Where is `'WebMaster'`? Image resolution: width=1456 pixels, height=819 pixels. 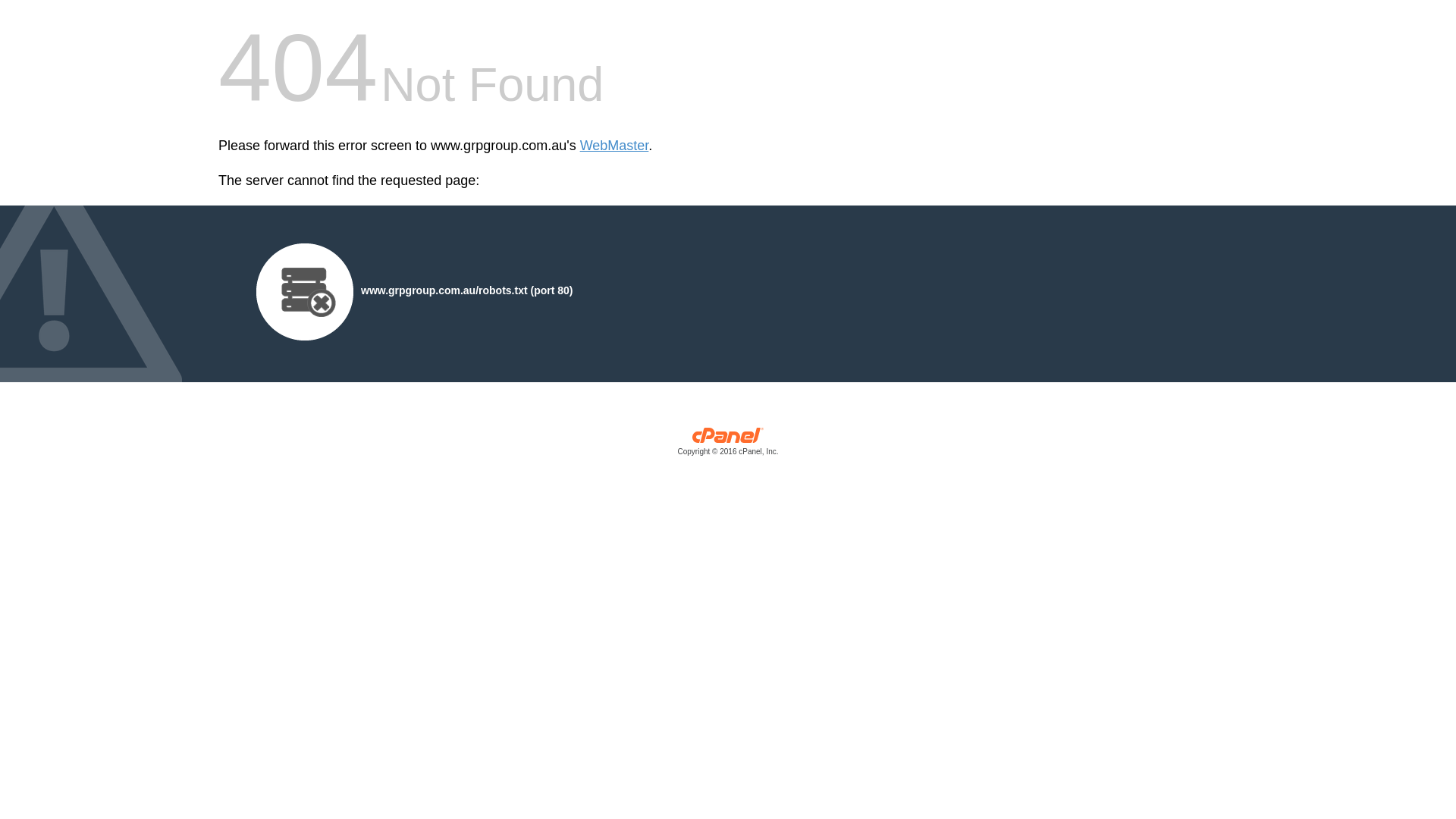 'WebMaster' is located at coordinates (614, 146).